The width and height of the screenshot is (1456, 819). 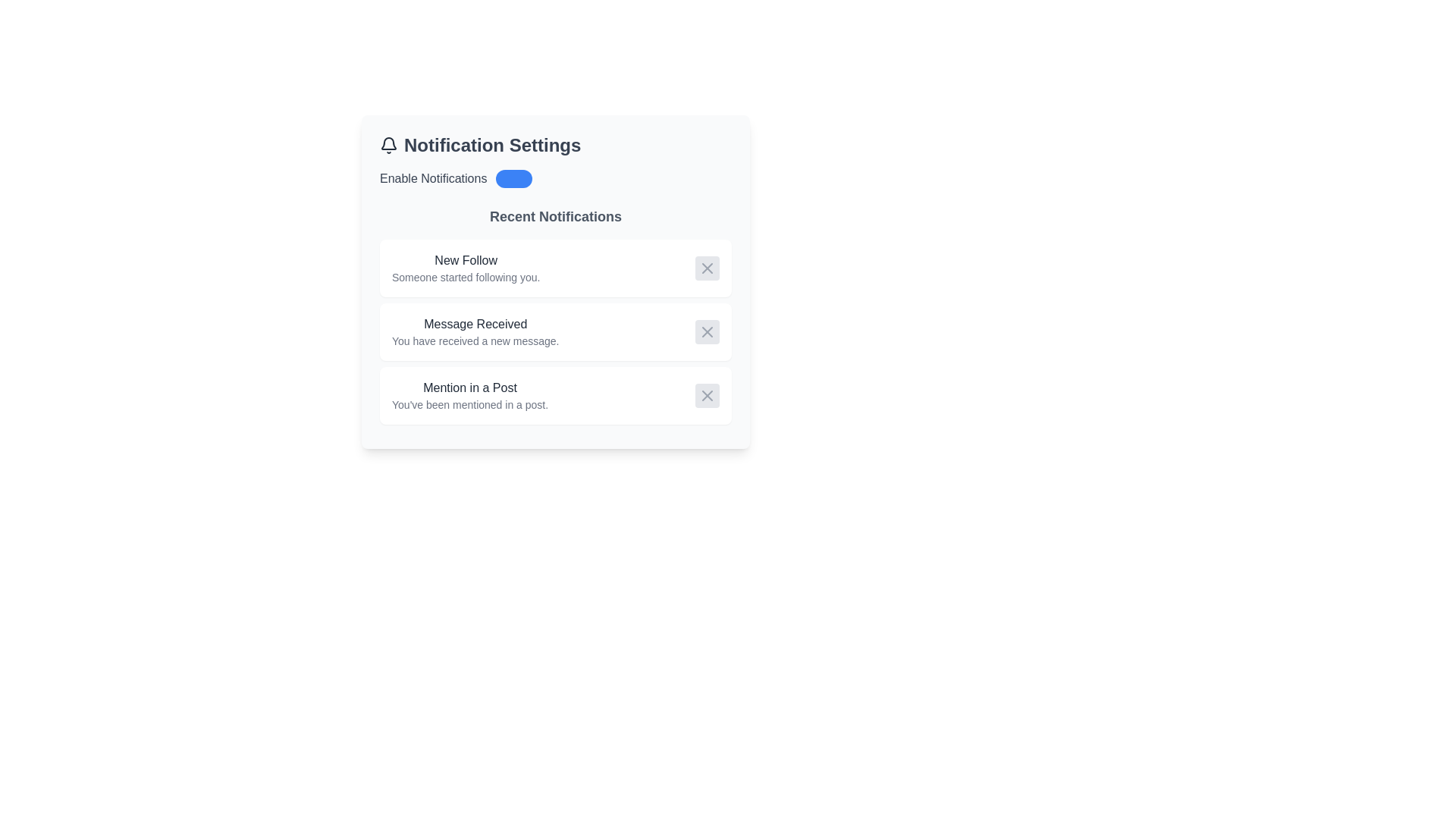 I want to click on the text label that says 'Someone started following you.' which is located within the notification card under the header 'New Follow', so click(x=465, y=278).